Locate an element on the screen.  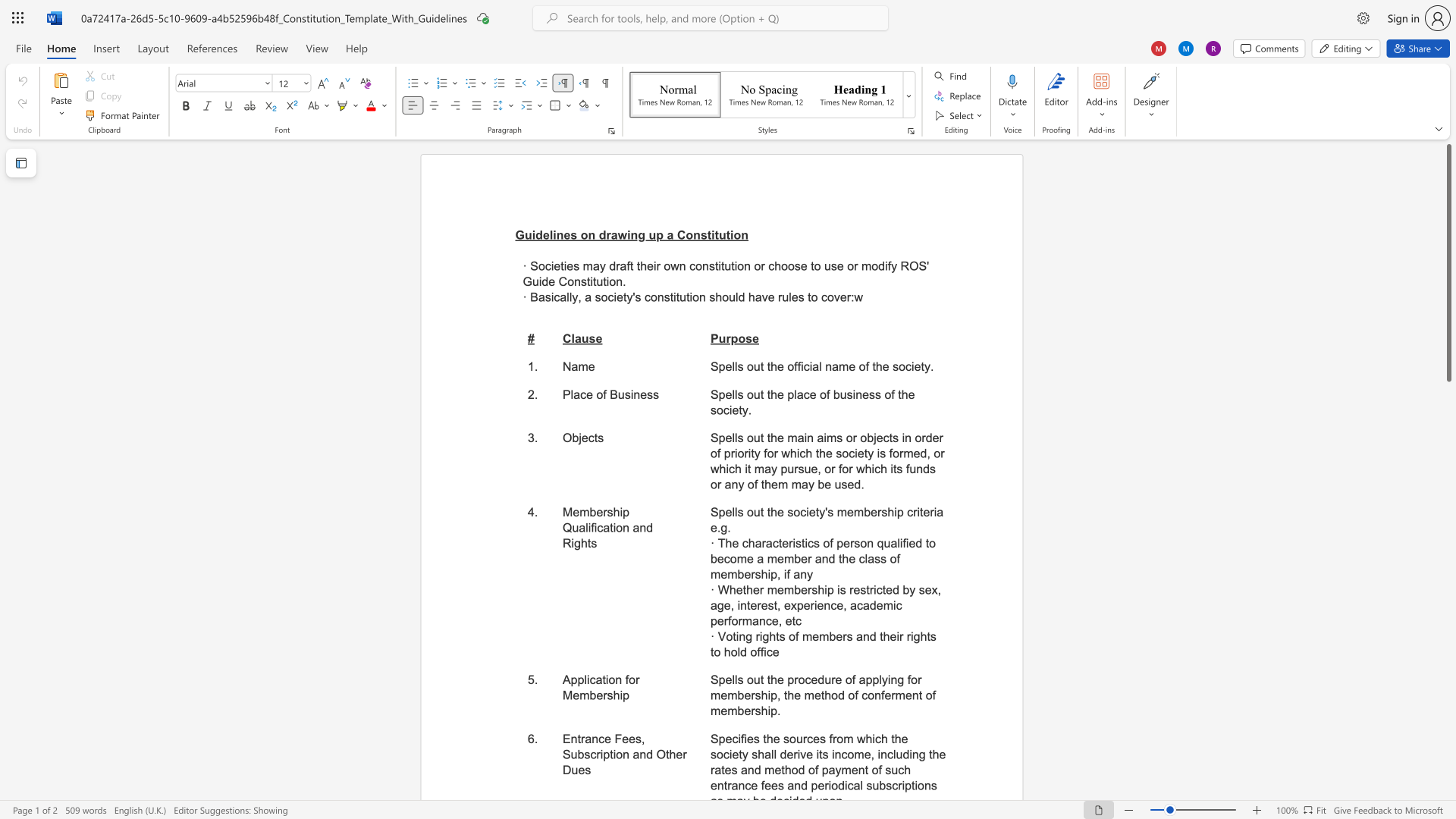
the space between the continuous character "i" and "n" in the text is located at coordinates (634, 394).